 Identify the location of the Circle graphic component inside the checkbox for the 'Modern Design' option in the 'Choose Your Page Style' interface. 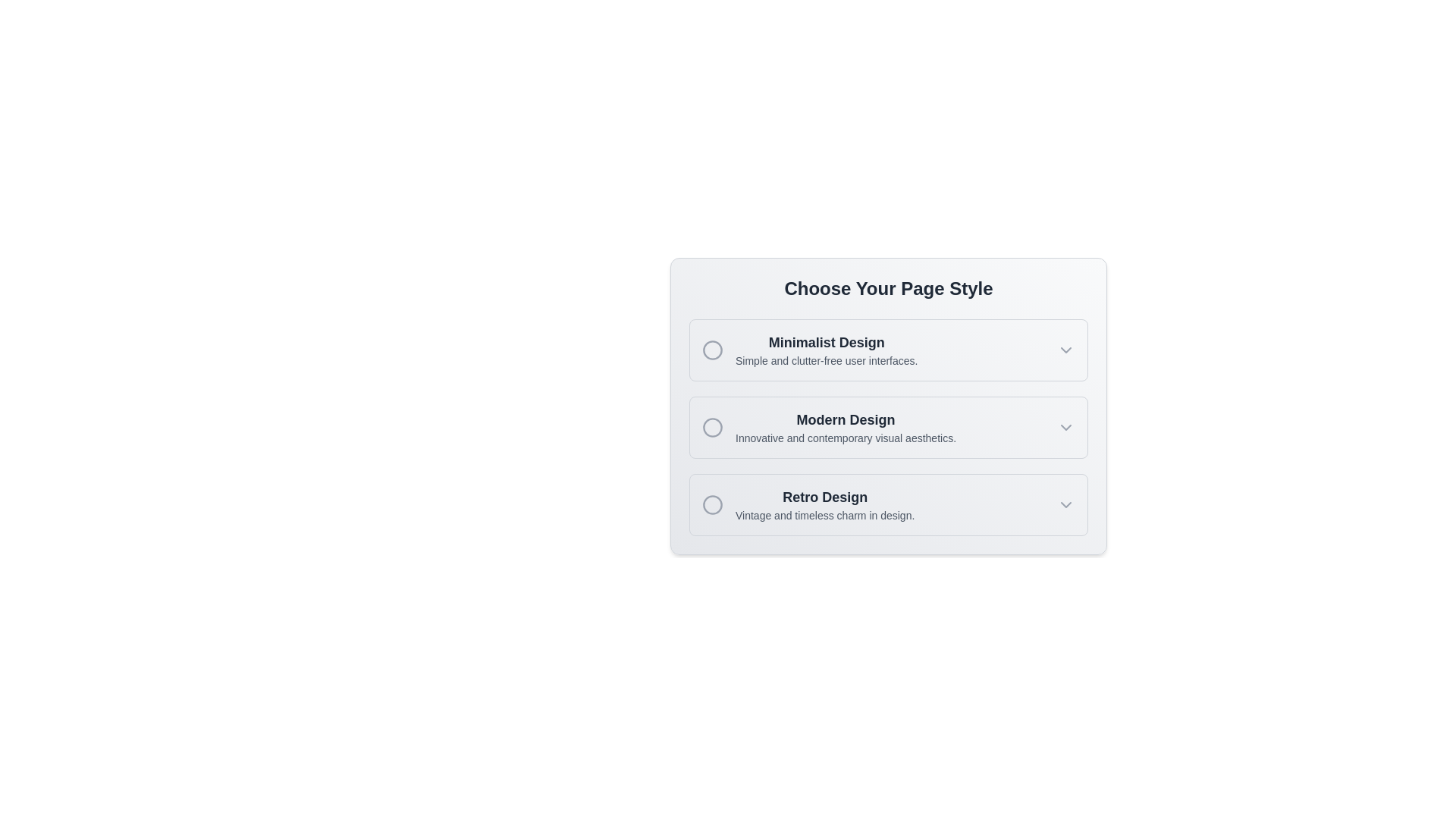
(712, 427).